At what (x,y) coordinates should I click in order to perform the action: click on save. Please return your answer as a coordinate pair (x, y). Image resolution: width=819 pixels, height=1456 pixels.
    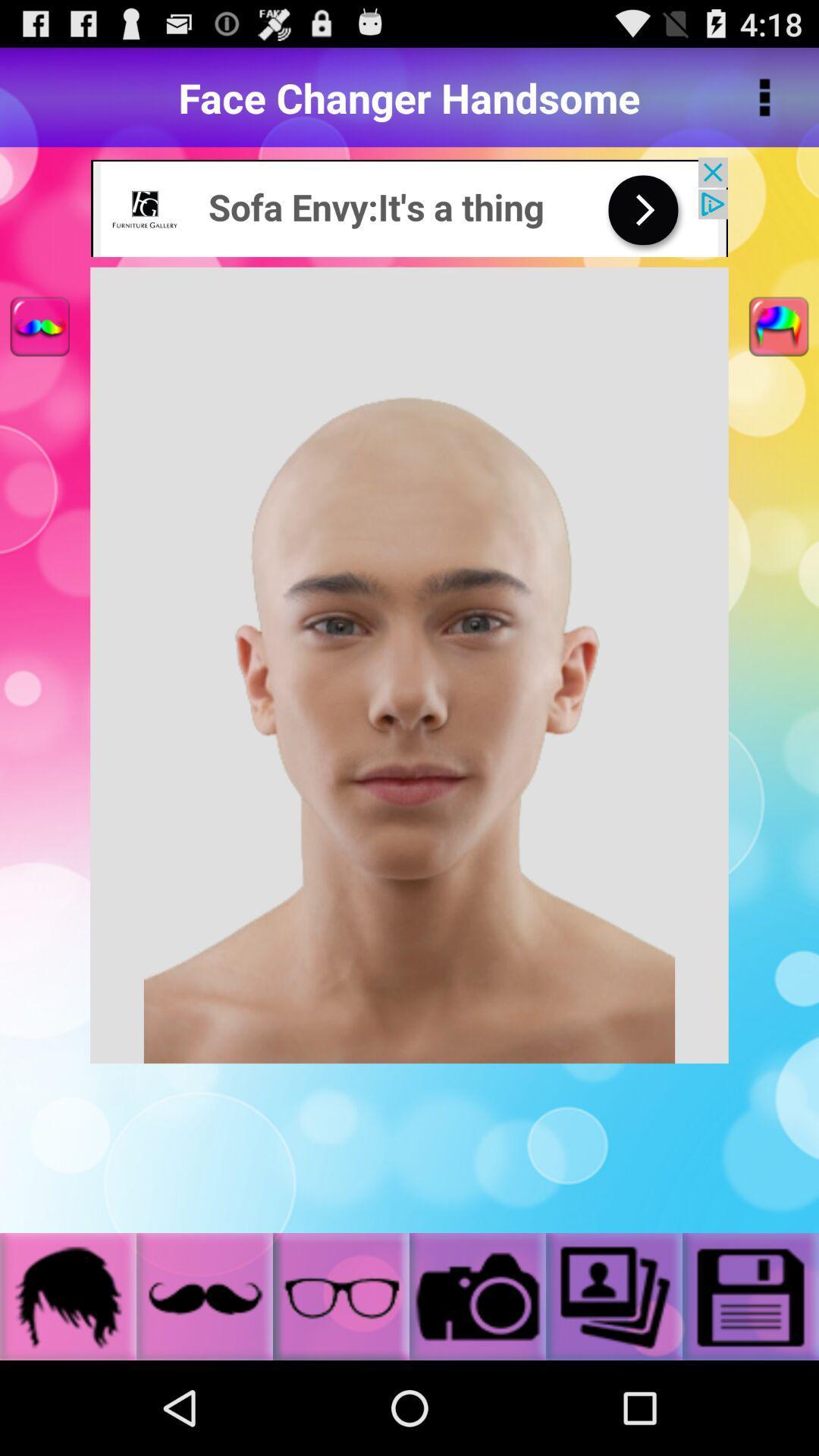
    Looking at the image, I should click on (751, 1295).